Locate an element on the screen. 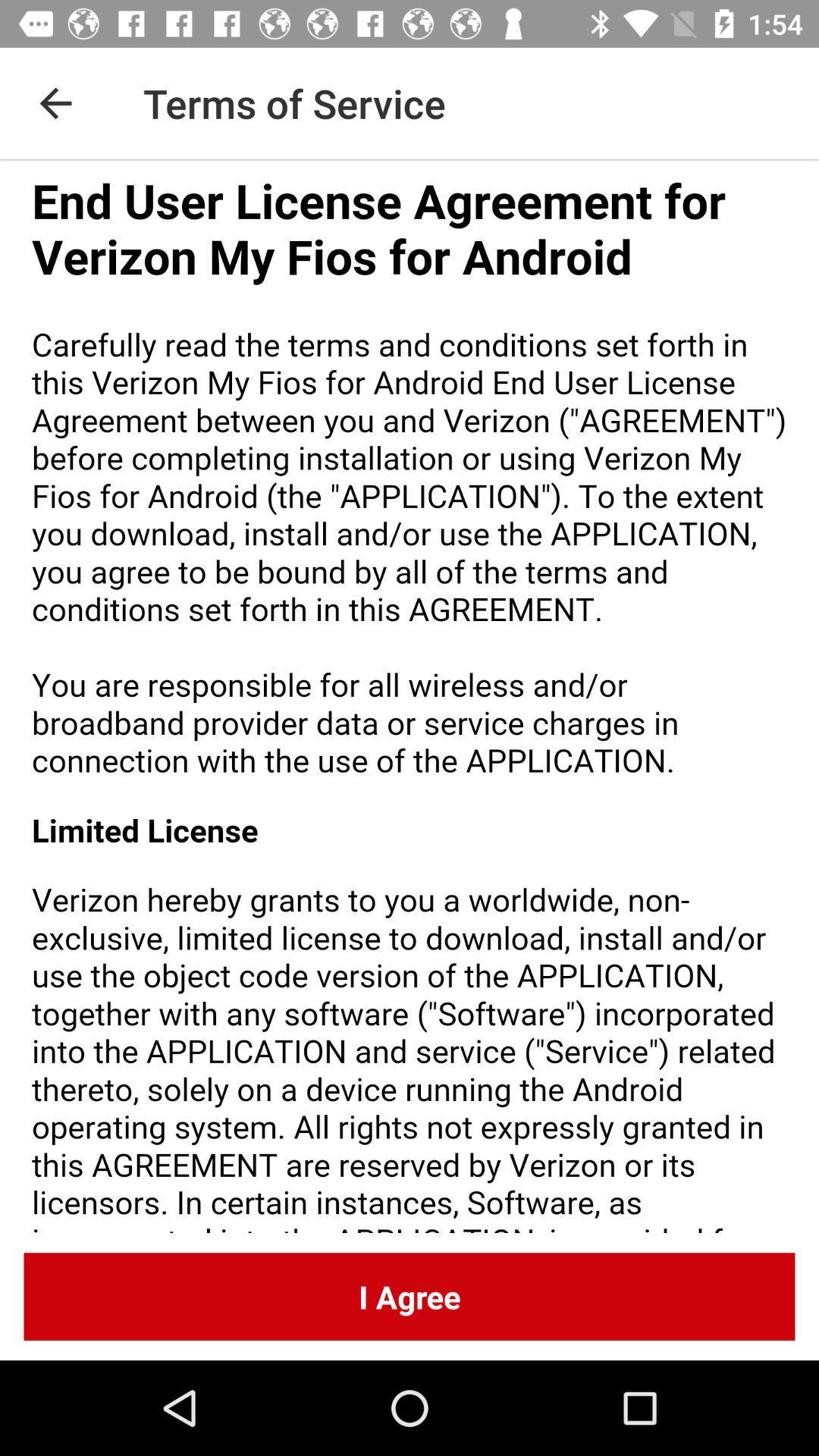 The height and width of the screenshot is (1456, 819). end user license agreement is located at coordinates (409, 695).